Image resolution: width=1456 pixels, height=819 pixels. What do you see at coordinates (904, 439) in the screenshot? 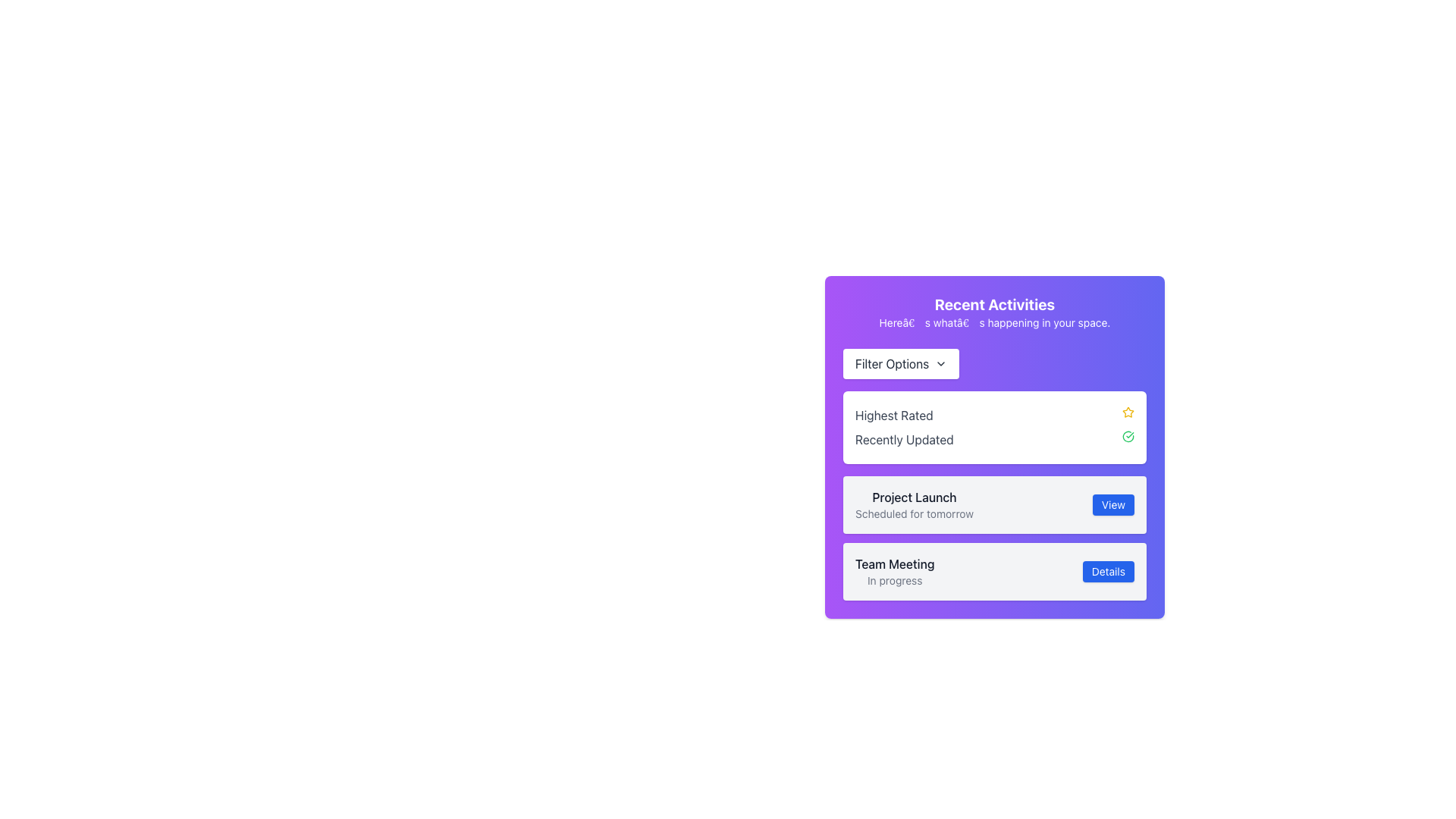
I see `the text label that indicates a section for recently updated items, positioned below the 'Highest Rated' item` at bounding box center [904, 439].